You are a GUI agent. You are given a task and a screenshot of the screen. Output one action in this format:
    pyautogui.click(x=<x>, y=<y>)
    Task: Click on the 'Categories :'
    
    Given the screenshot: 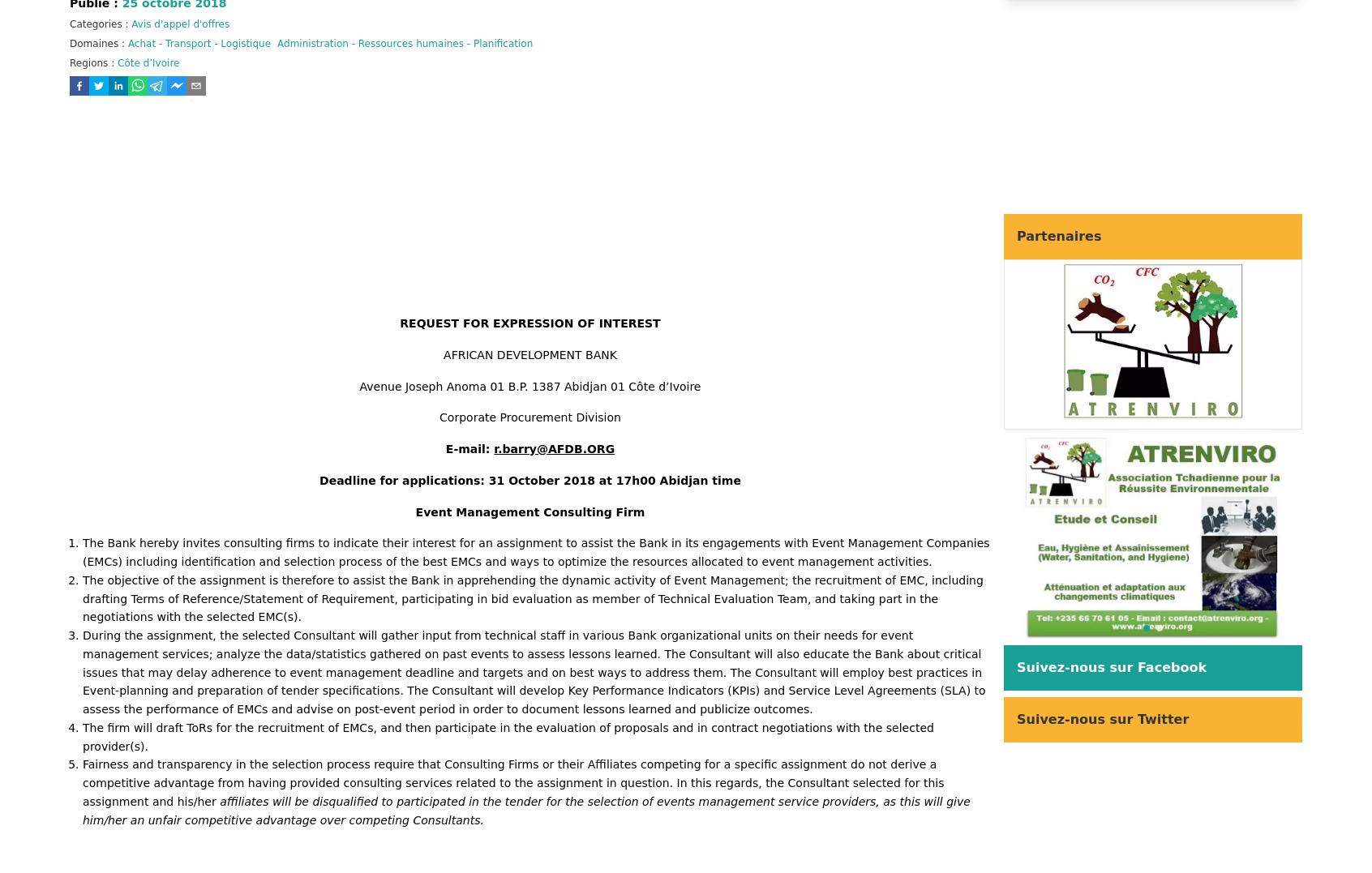 What is the action you would take?
    pyautogui.click(x=101, y=24)
    